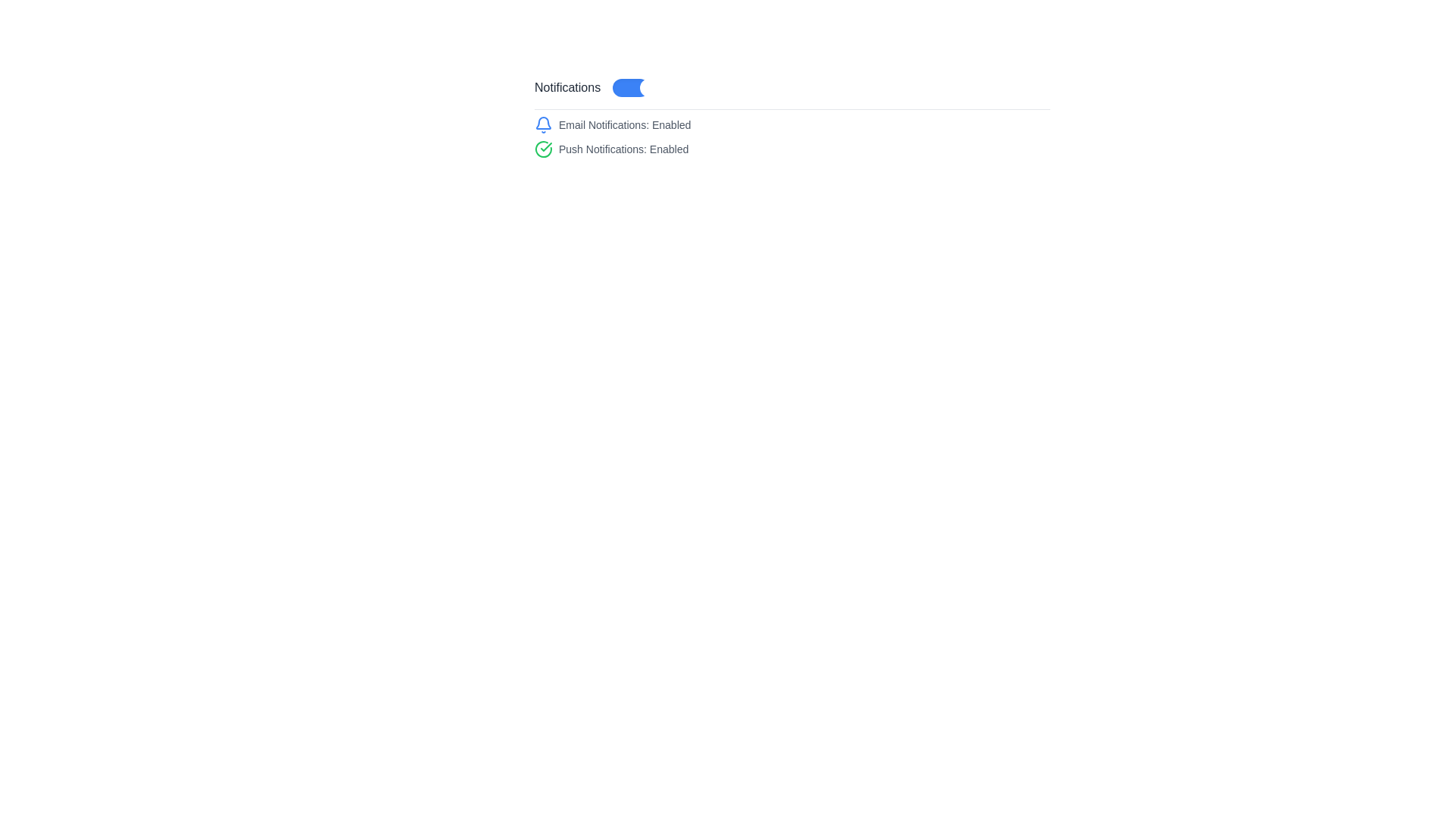 This screenshot has height=819, width=1456. Describe the element at coordinates (625, 124) in the screenshot. I see `the text label indicating the status of email notifications, which is positioned immediately to the right of the blue bell icon and under the 'Notifications' section` at that location.